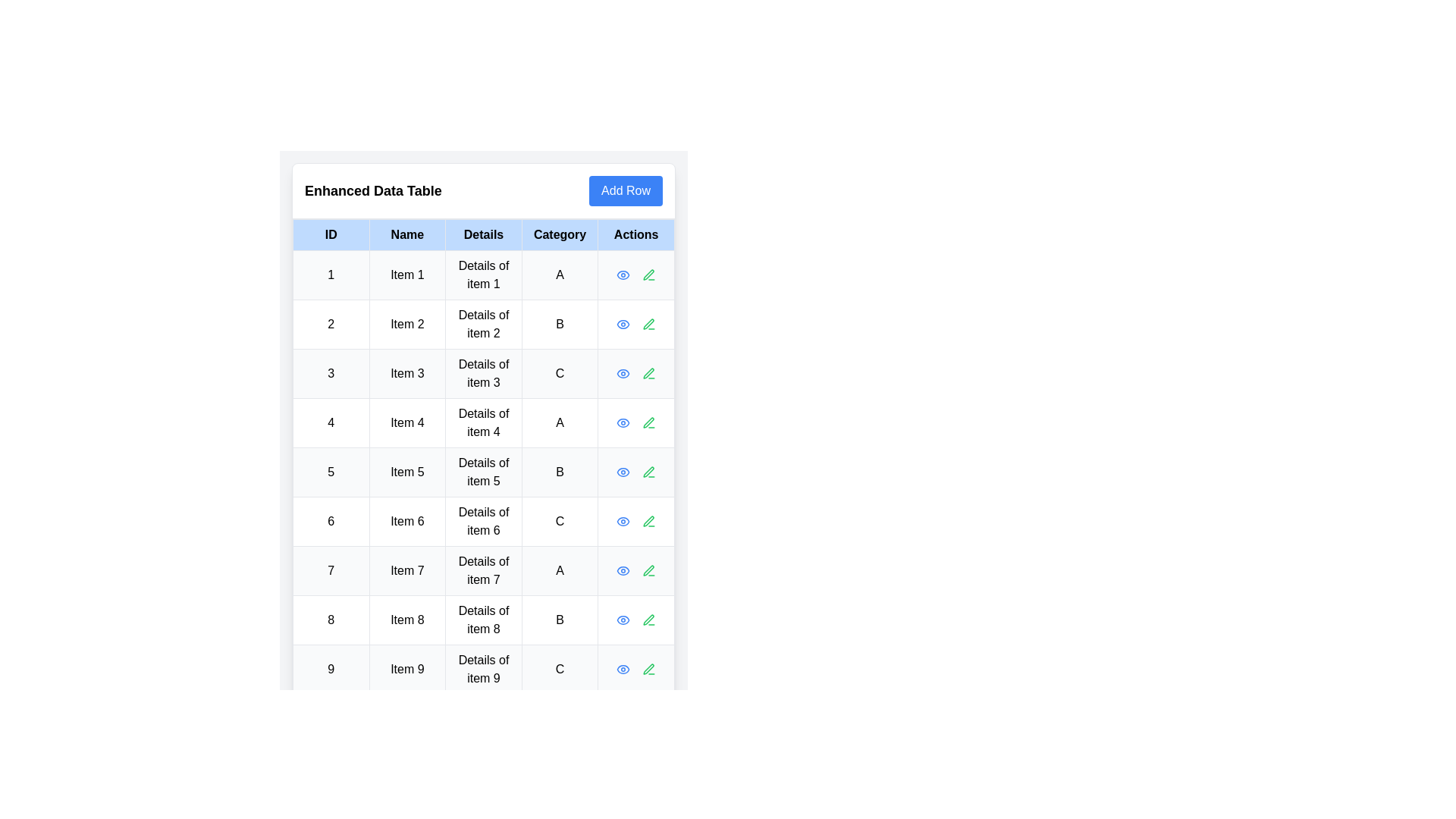 This screenshot has width=1456, height=819. Describe the element at coordinates (407, 669) in the screenshot. I see `the table cell displaying the name 'Item 9' in the last row of the table, located in the 'Name' column` at that location.